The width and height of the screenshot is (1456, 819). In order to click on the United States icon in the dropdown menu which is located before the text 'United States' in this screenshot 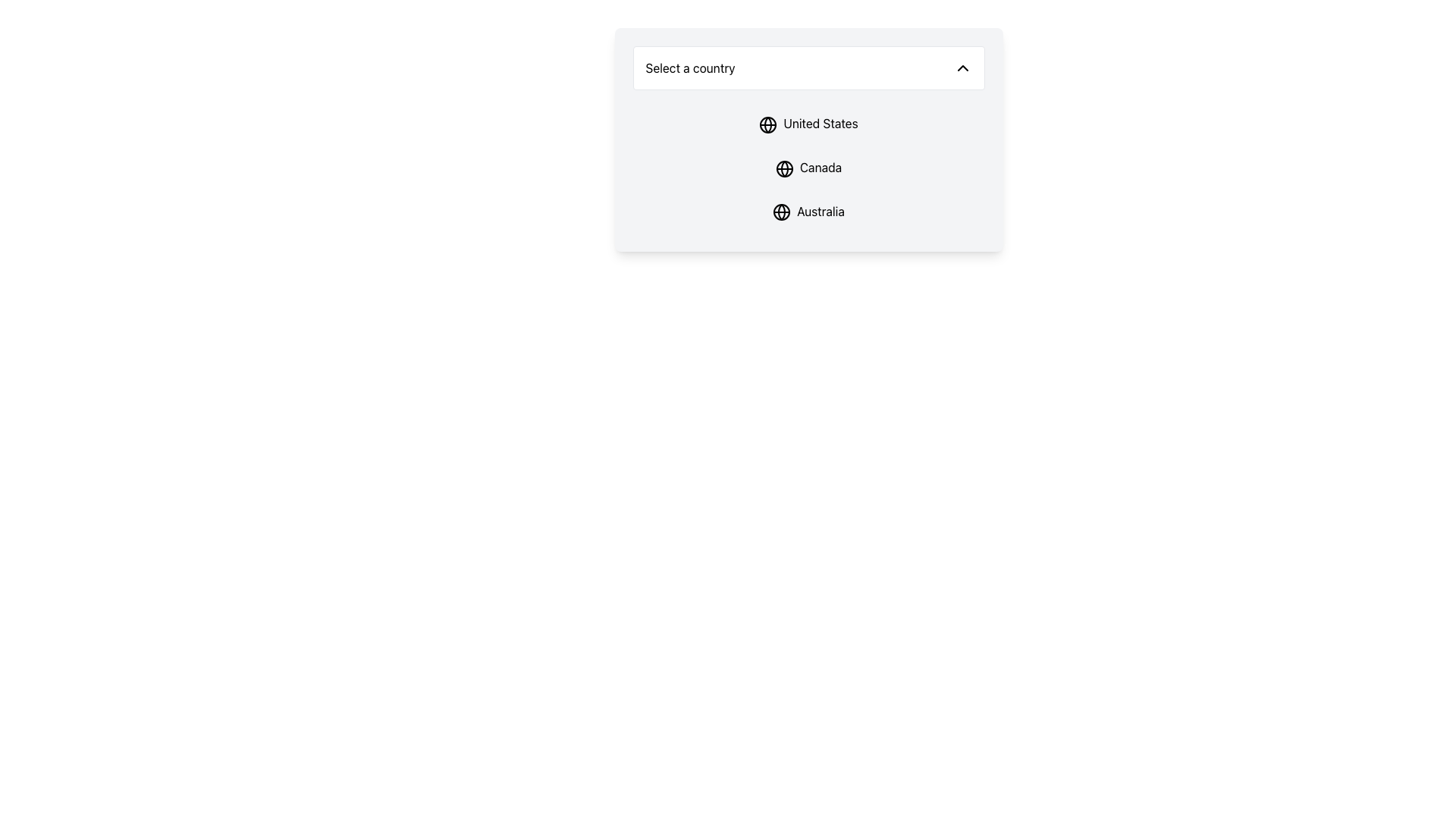, I will do `click(768, 124)`.